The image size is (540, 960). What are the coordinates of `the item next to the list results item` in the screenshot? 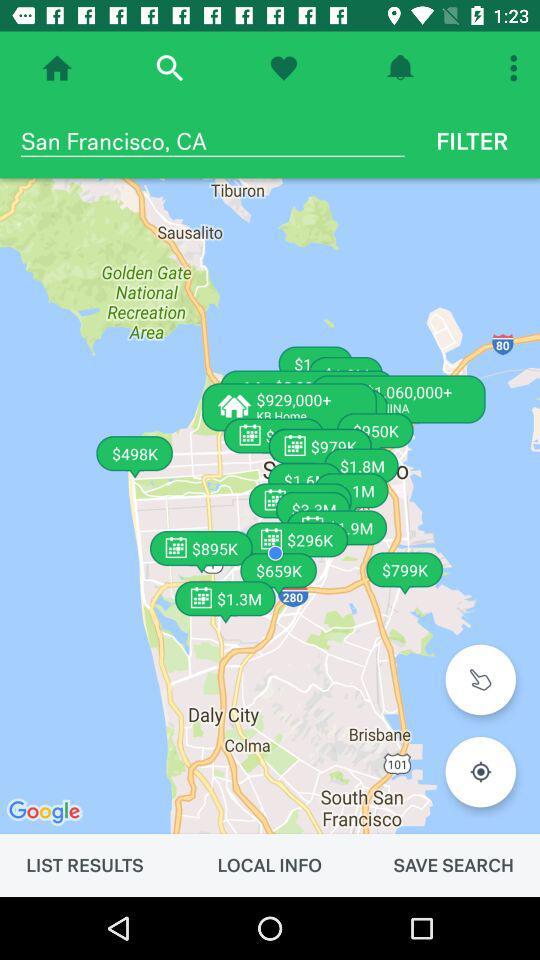 It's located at (269, 864).